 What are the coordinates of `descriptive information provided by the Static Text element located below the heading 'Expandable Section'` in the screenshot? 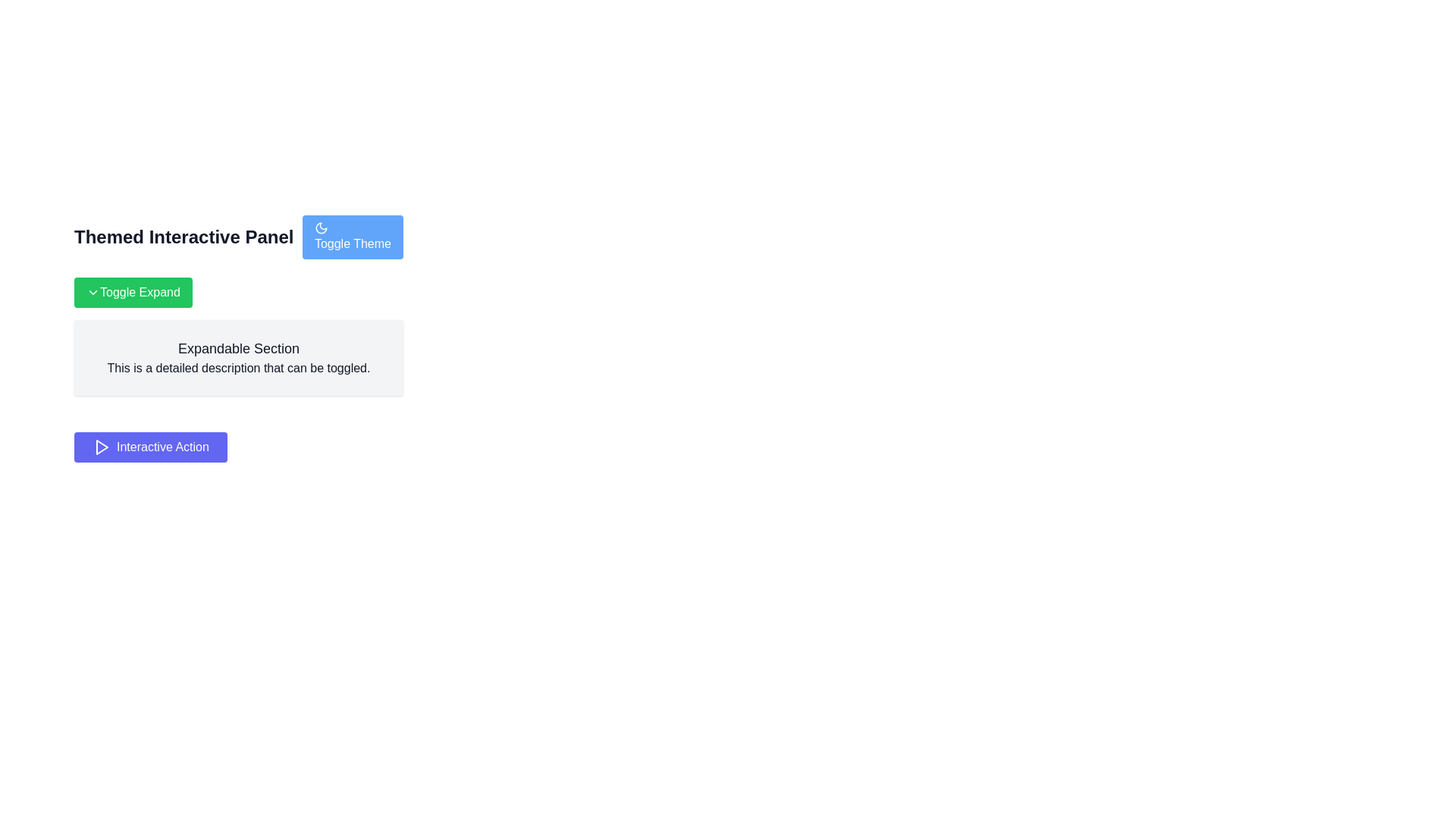 It's located at (238, 369).